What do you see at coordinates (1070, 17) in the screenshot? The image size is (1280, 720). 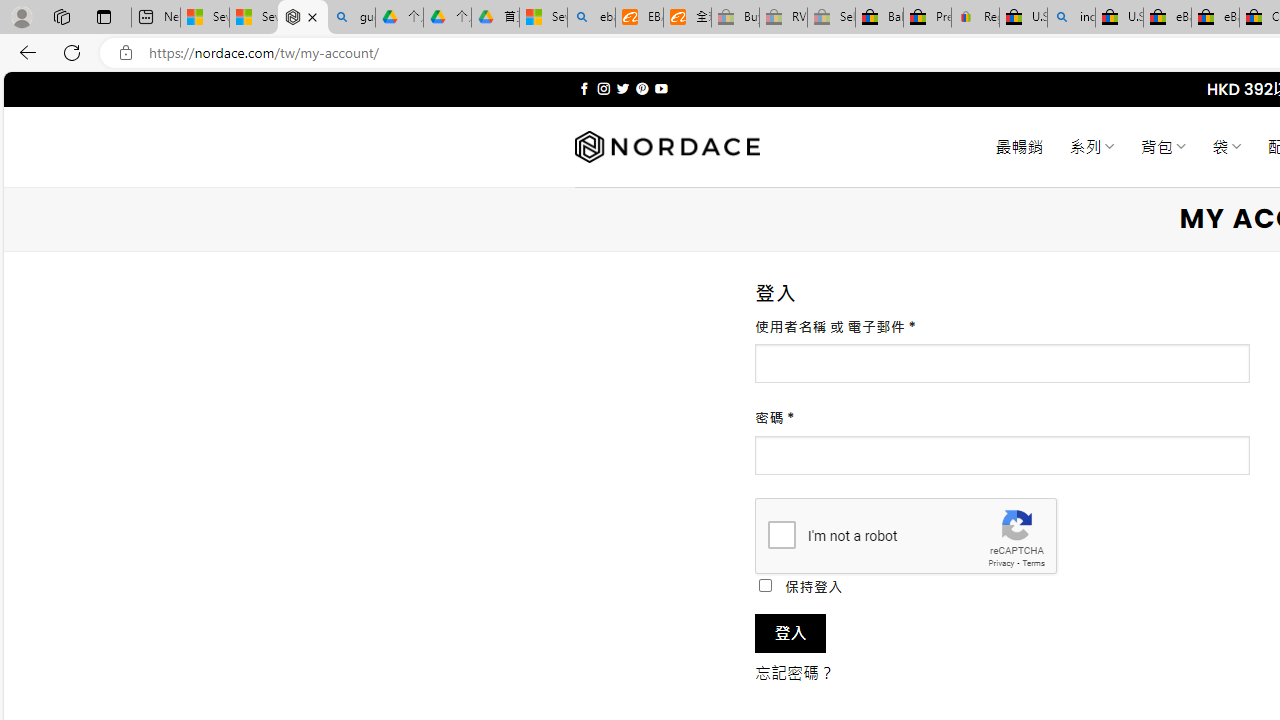 I see `'including - Search'` at bounding box center [1070, 17].